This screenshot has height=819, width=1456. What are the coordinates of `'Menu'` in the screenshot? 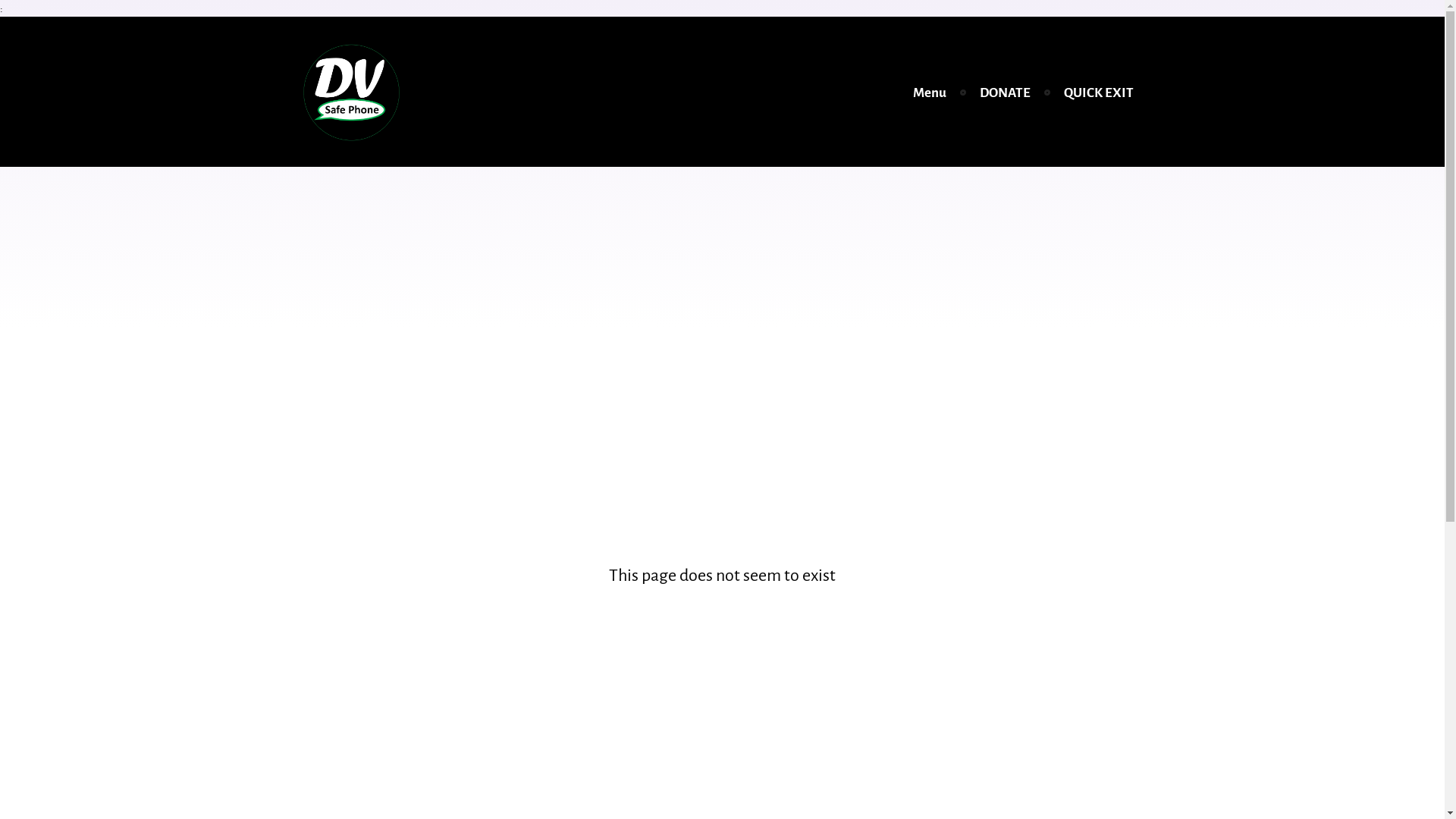 It's located at (928, 93).